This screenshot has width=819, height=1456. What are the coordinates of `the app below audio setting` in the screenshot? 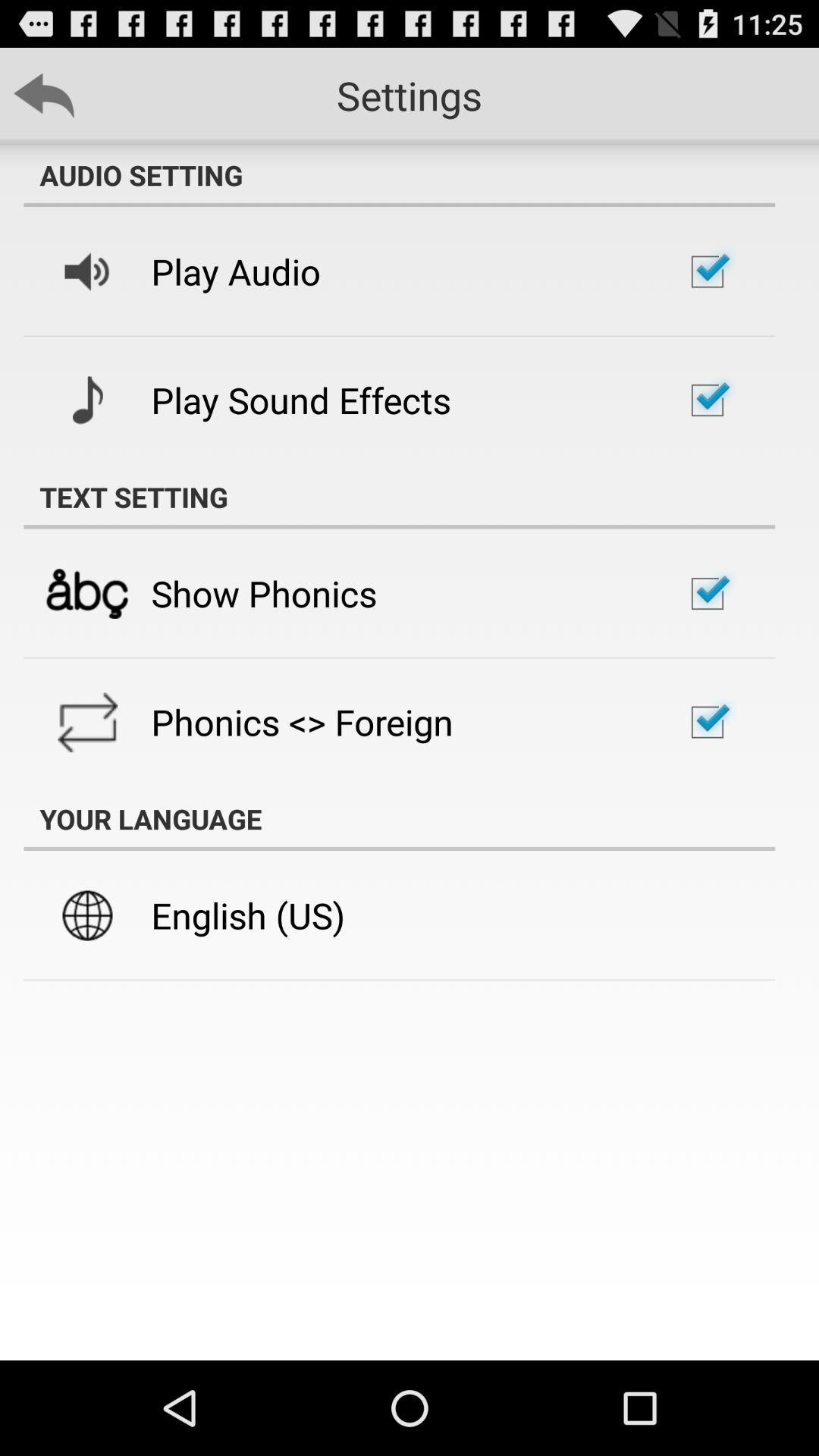 It's located at (236, 271).